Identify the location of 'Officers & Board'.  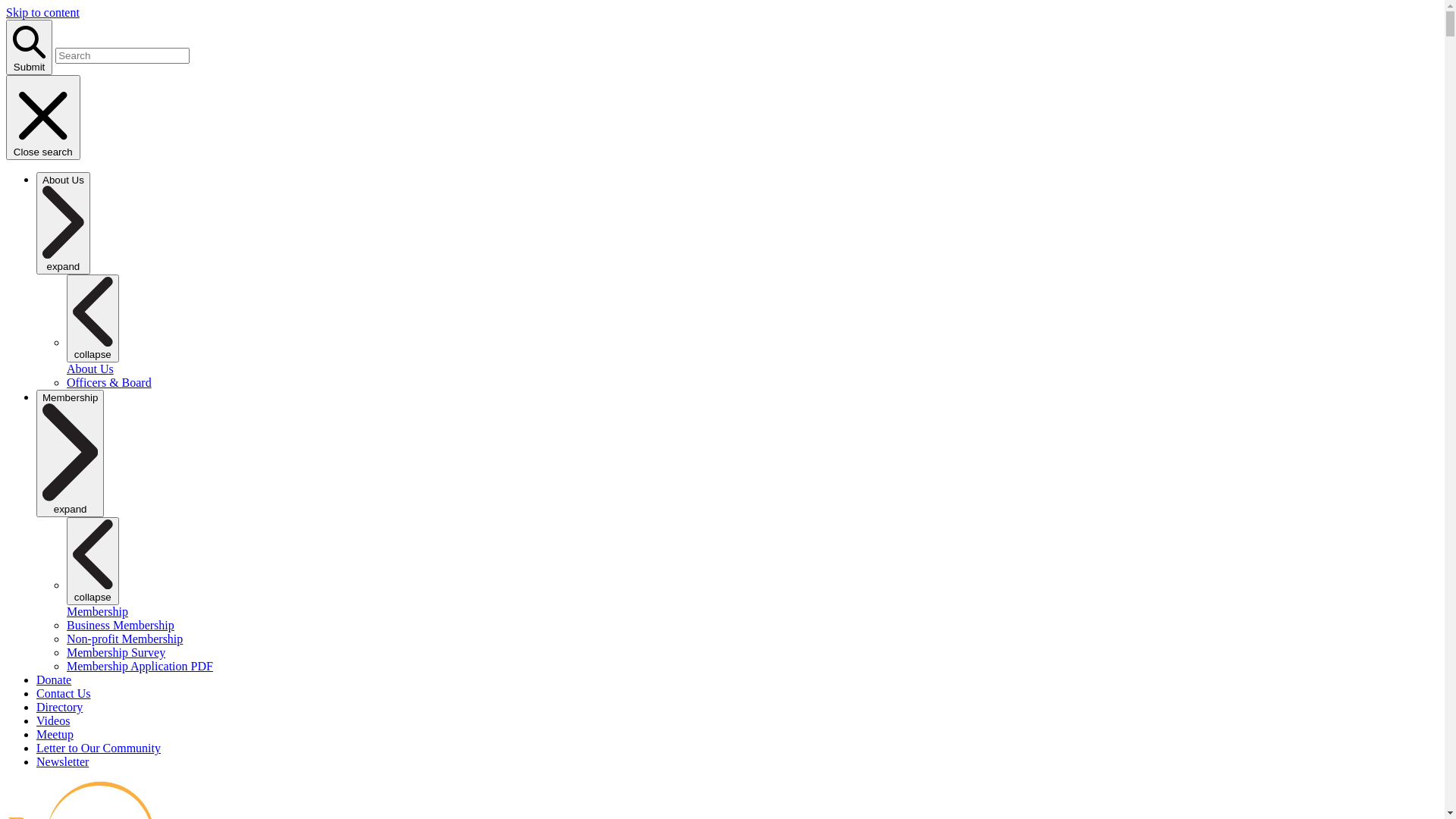
(108, 381).